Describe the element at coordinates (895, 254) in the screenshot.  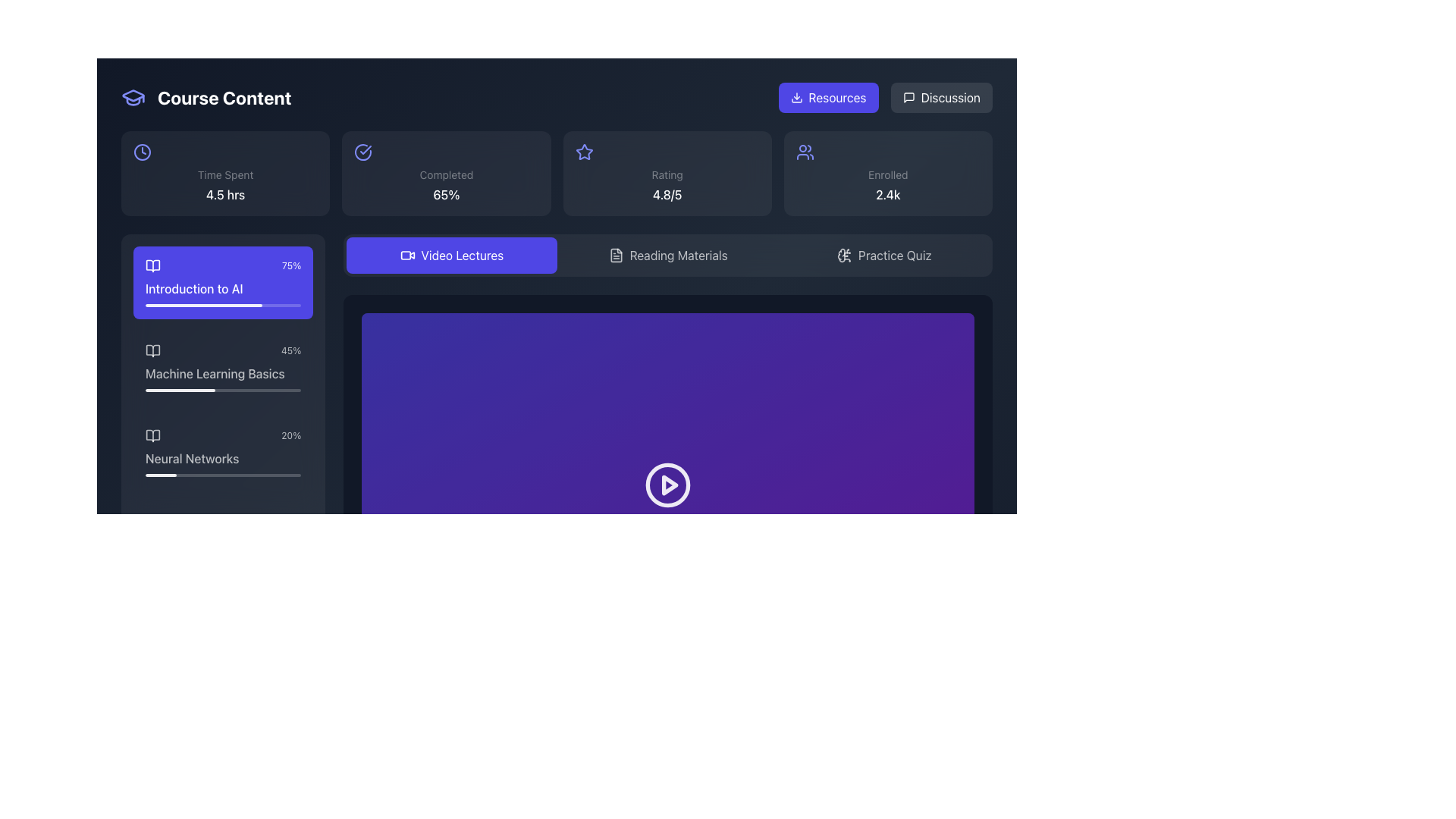
I see `the button labeled 'Practice Quiz' located in the lower-right section of the horizontal navigation segment` at that location.